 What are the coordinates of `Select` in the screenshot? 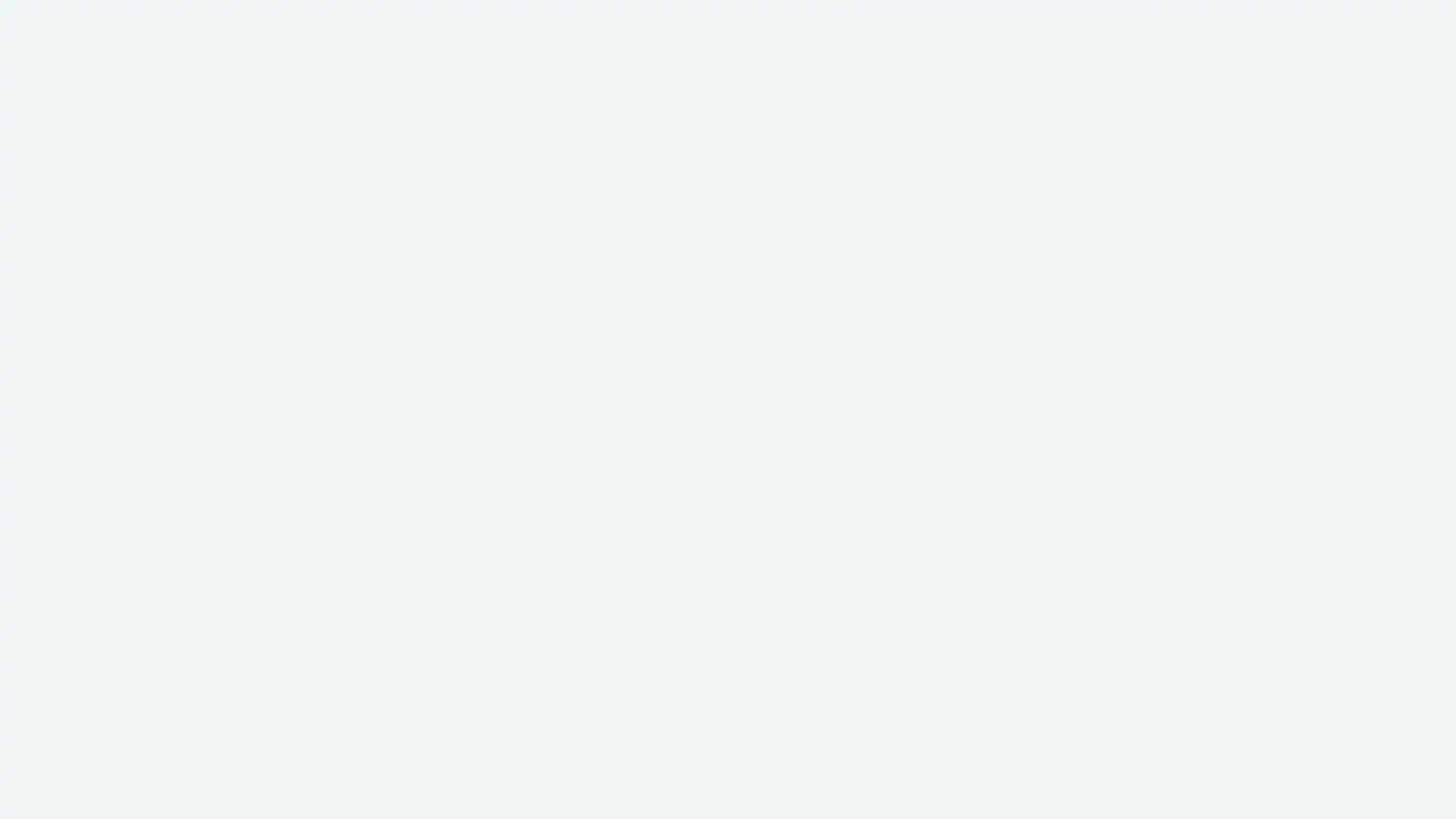 It's located at (410, 591).